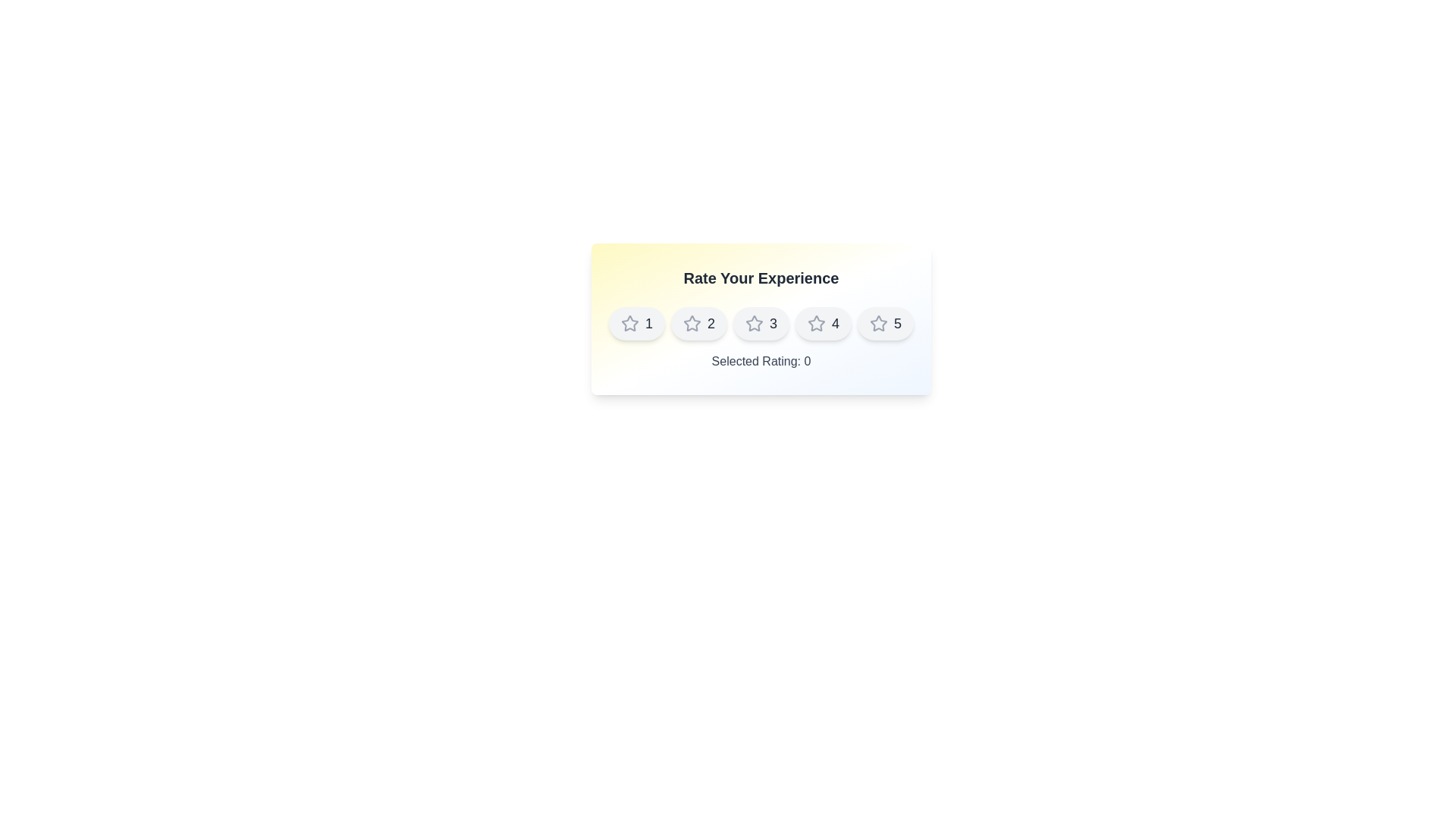  I want to click on the star corresponding to the rating value 5, so click(886, 323).